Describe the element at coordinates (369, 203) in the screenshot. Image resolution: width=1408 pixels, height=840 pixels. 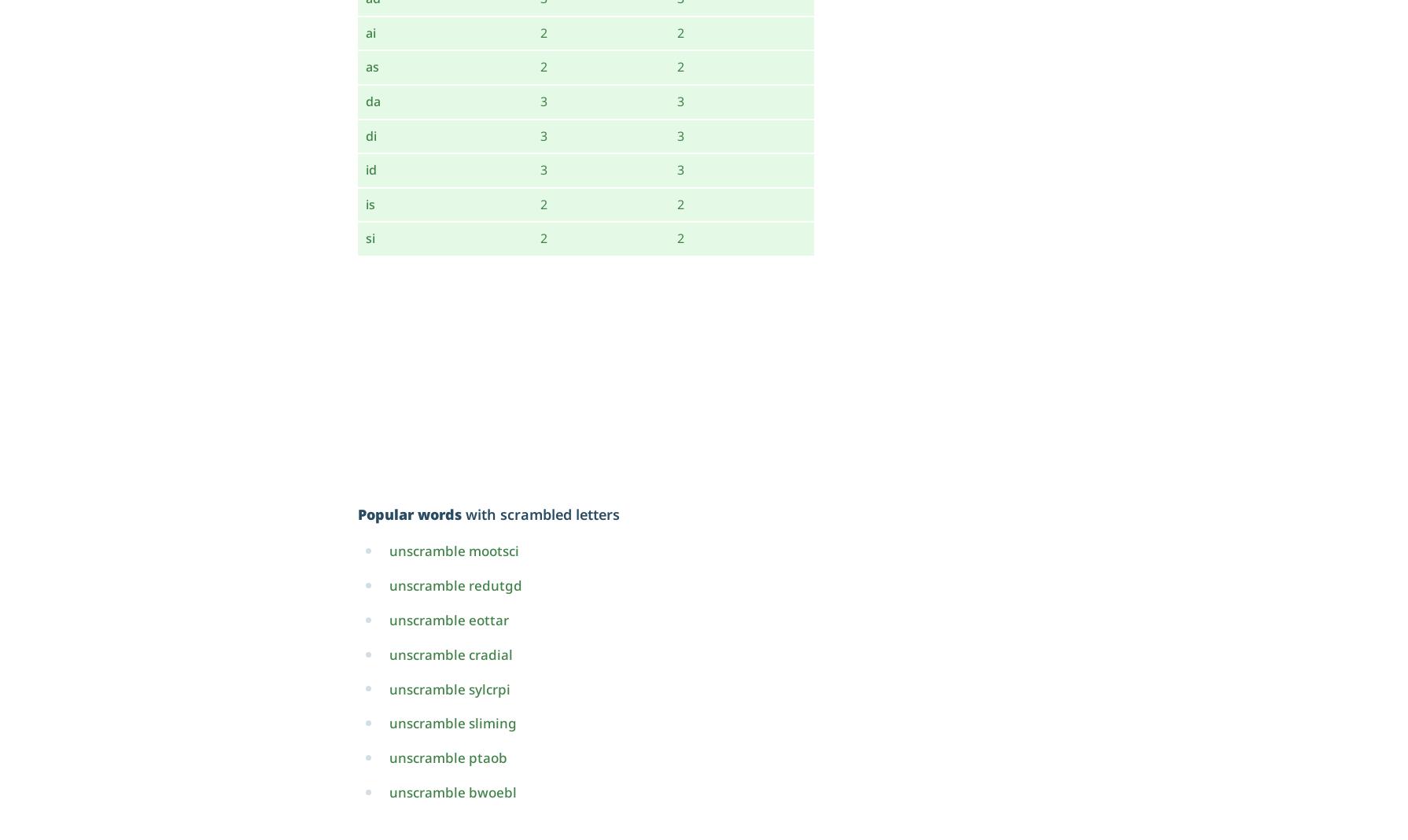
I see `'is'` at that location.